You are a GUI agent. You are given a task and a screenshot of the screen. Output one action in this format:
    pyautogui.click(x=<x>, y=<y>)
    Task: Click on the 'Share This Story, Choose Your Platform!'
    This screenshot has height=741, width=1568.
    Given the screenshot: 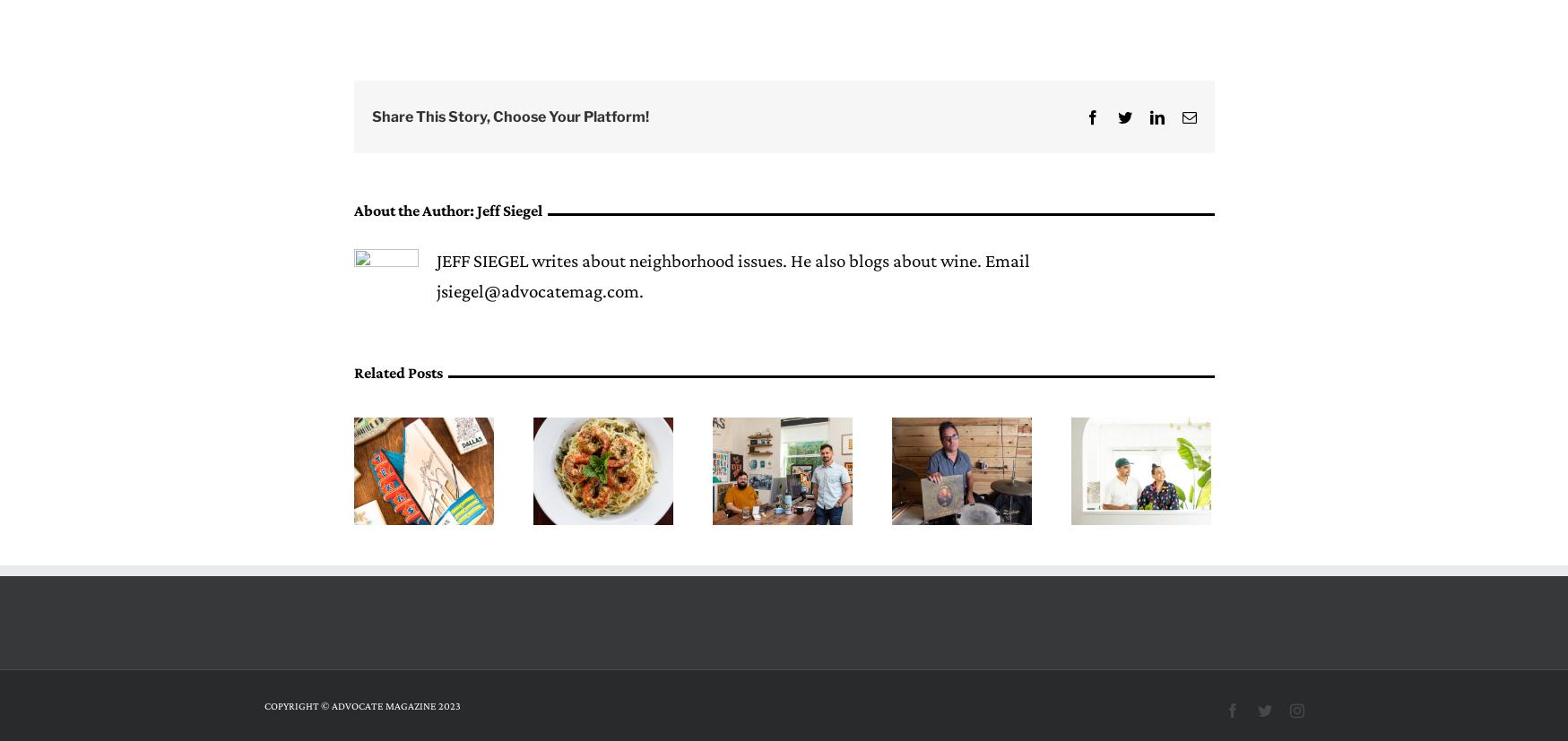 What is the action you would take?
    pyautogui.click(x=508, y=116)
    